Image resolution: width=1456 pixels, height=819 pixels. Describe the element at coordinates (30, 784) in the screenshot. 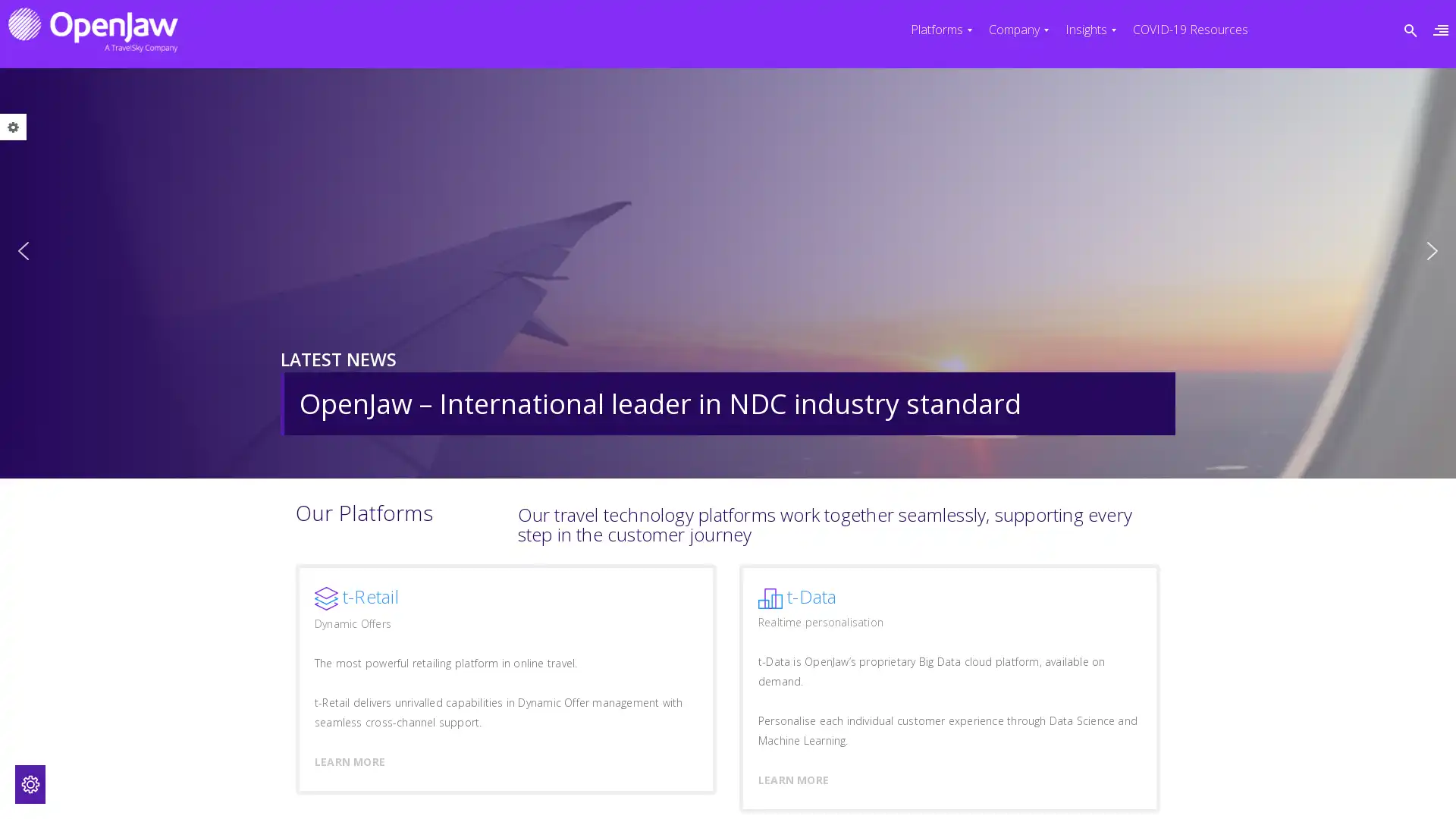

I see `Change cookie settings` at that location.